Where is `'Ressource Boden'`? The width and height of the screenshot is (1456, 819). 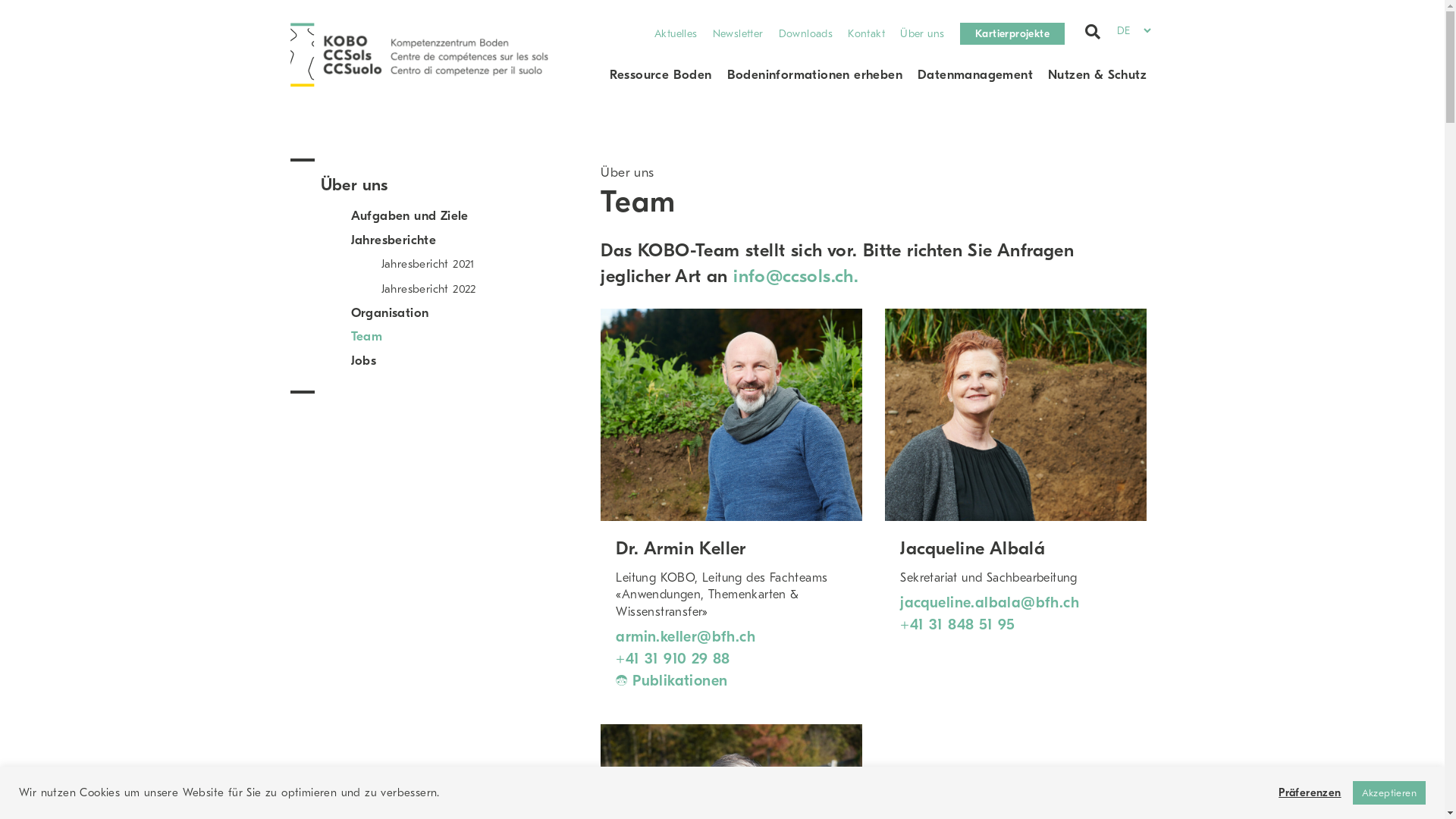 'Ressource Boden' is located at coordinates (661, 75).